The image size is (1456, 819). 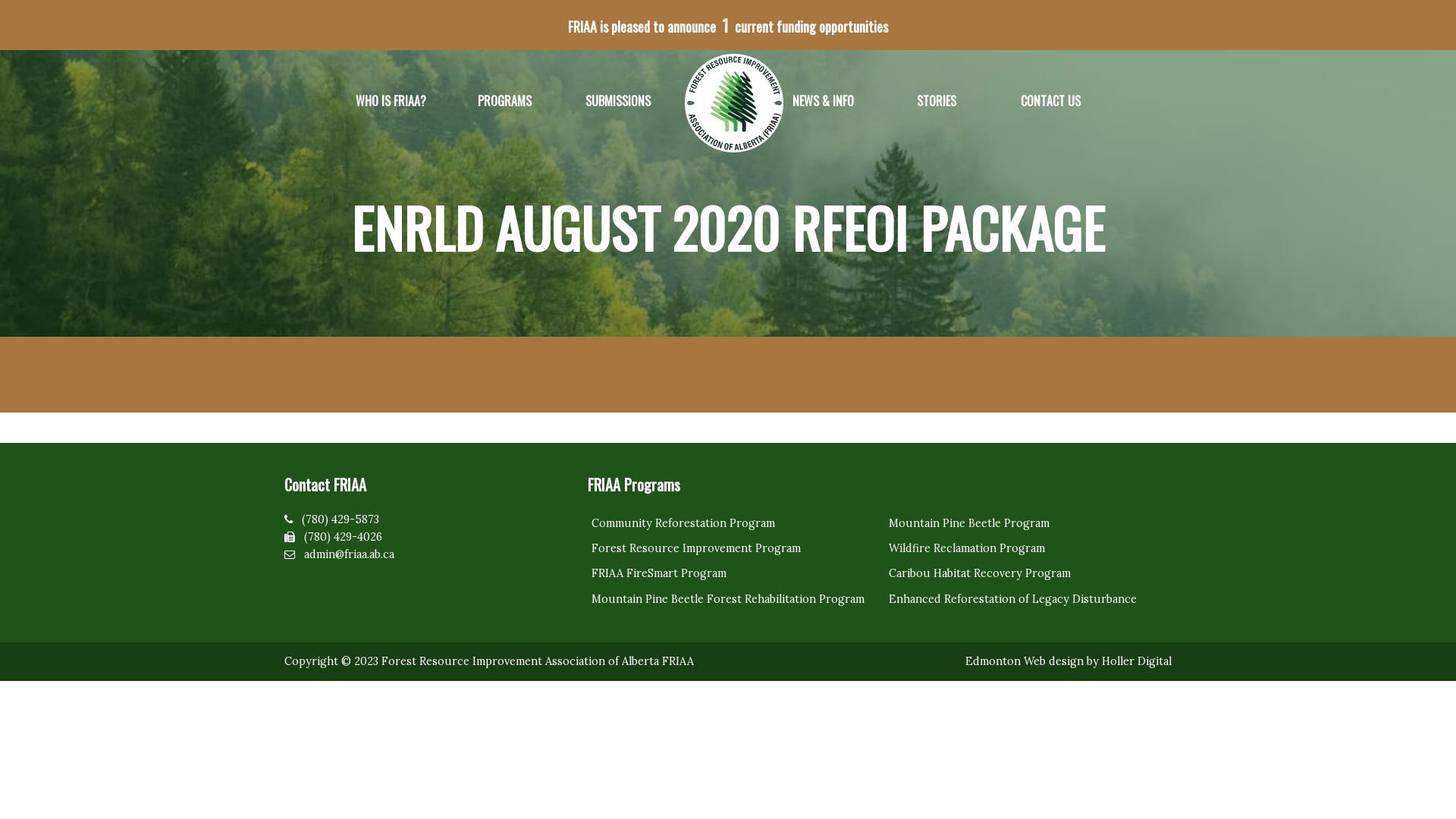 I want to click on 'STORIES', so click(x=935, y=102).